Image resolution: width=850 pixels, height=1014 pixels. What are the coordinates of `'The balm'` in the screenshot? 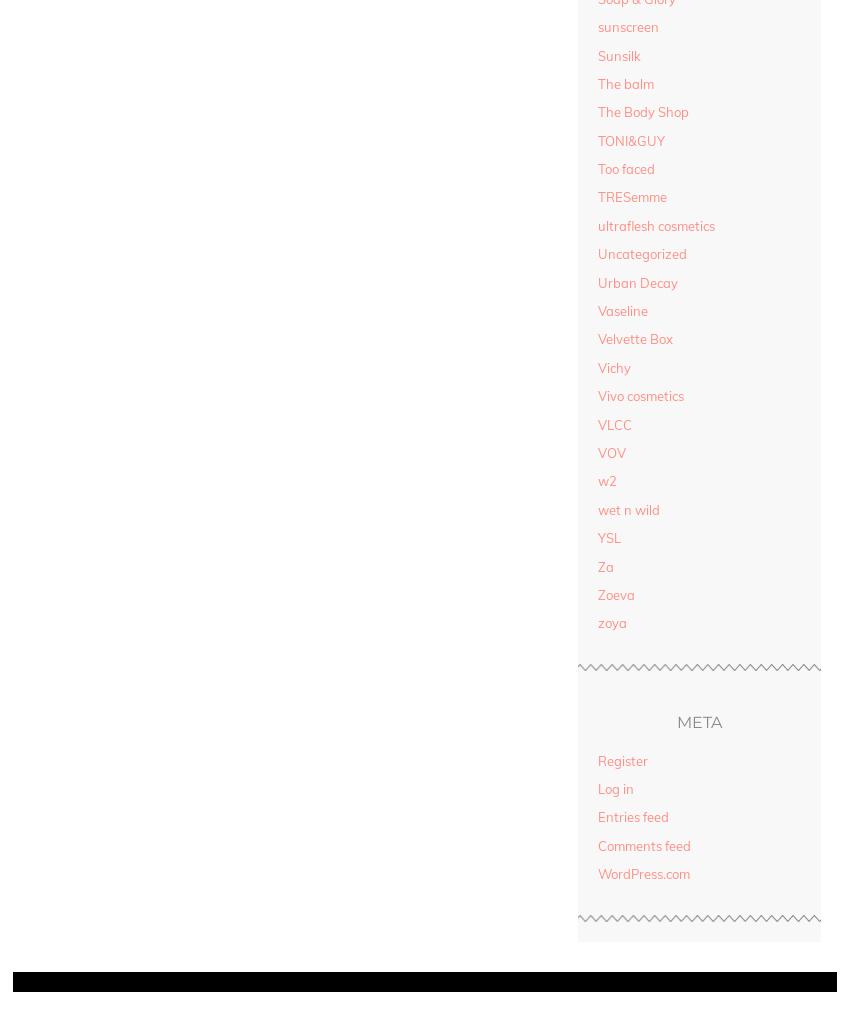 It's located at (596, 82).